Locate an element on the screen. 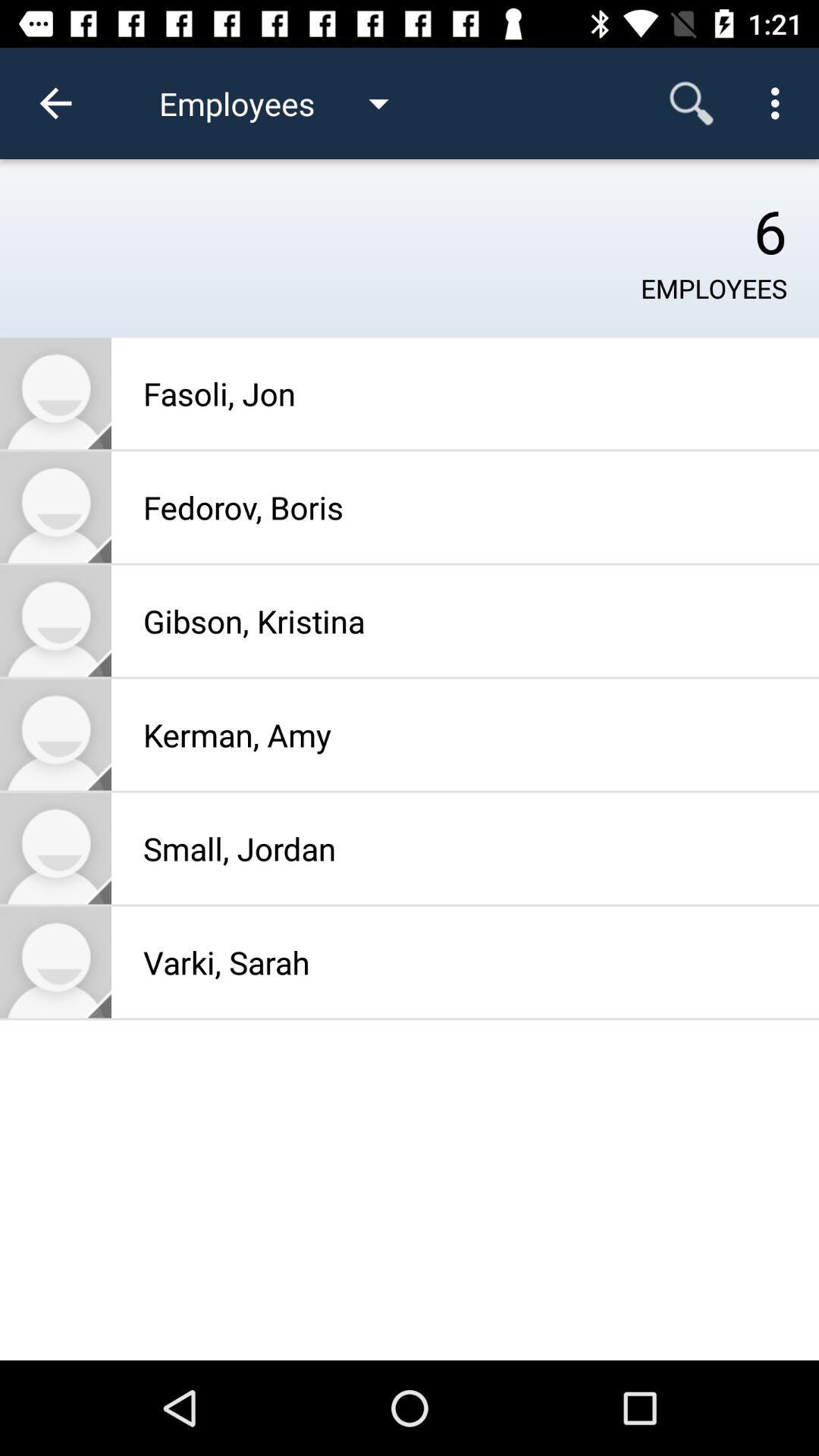  call jon fasoli is located at coordinates (55, 393).